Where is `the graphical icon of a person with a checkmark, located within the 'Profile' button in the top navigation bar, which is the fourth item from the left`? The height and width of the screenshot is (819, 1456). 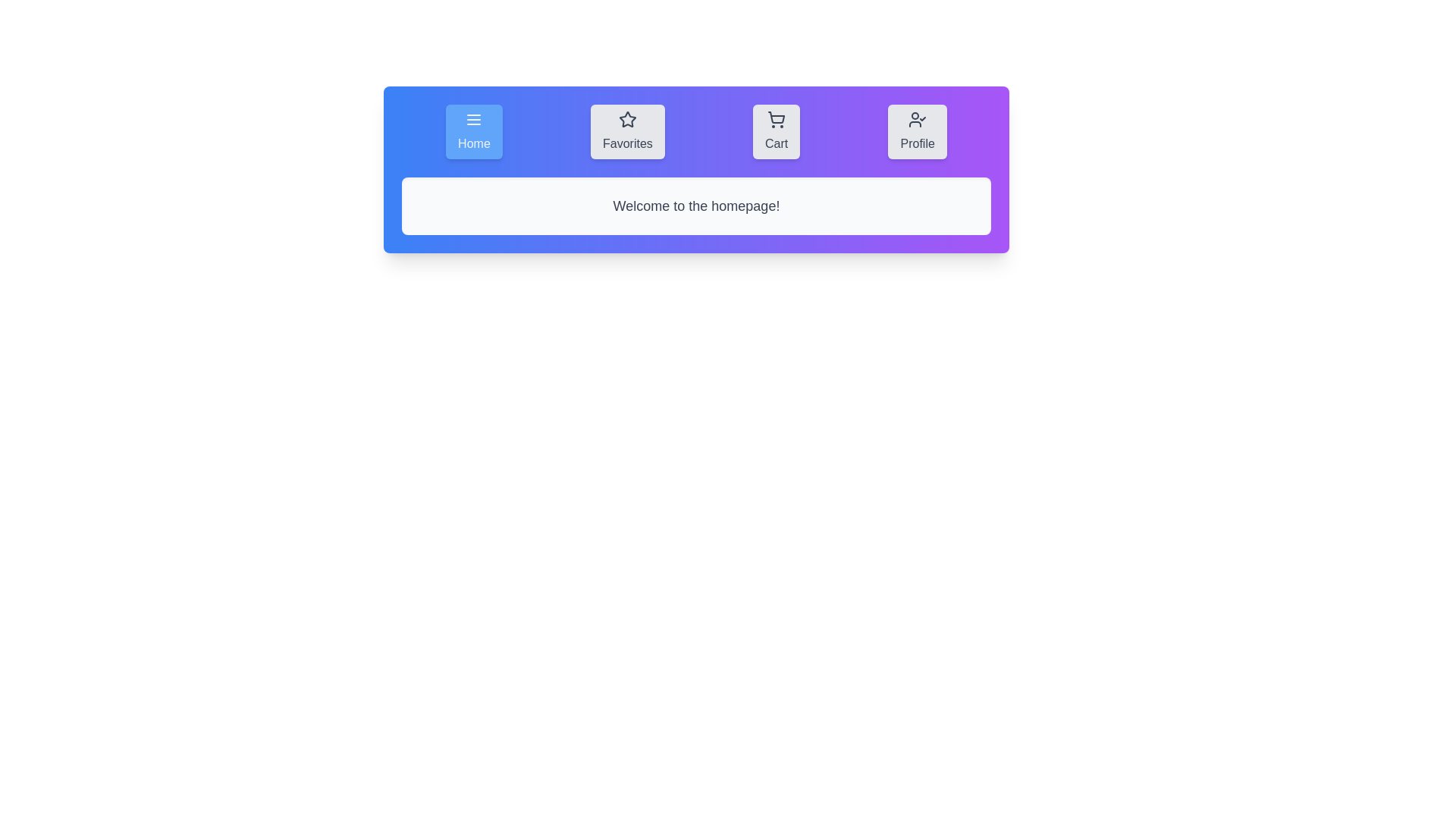
the graphical icon of a person with a checkmark, located within the 'Profile' button in the top navigation bar, which is the fourth item from the left is located at coordinates (917, 119).